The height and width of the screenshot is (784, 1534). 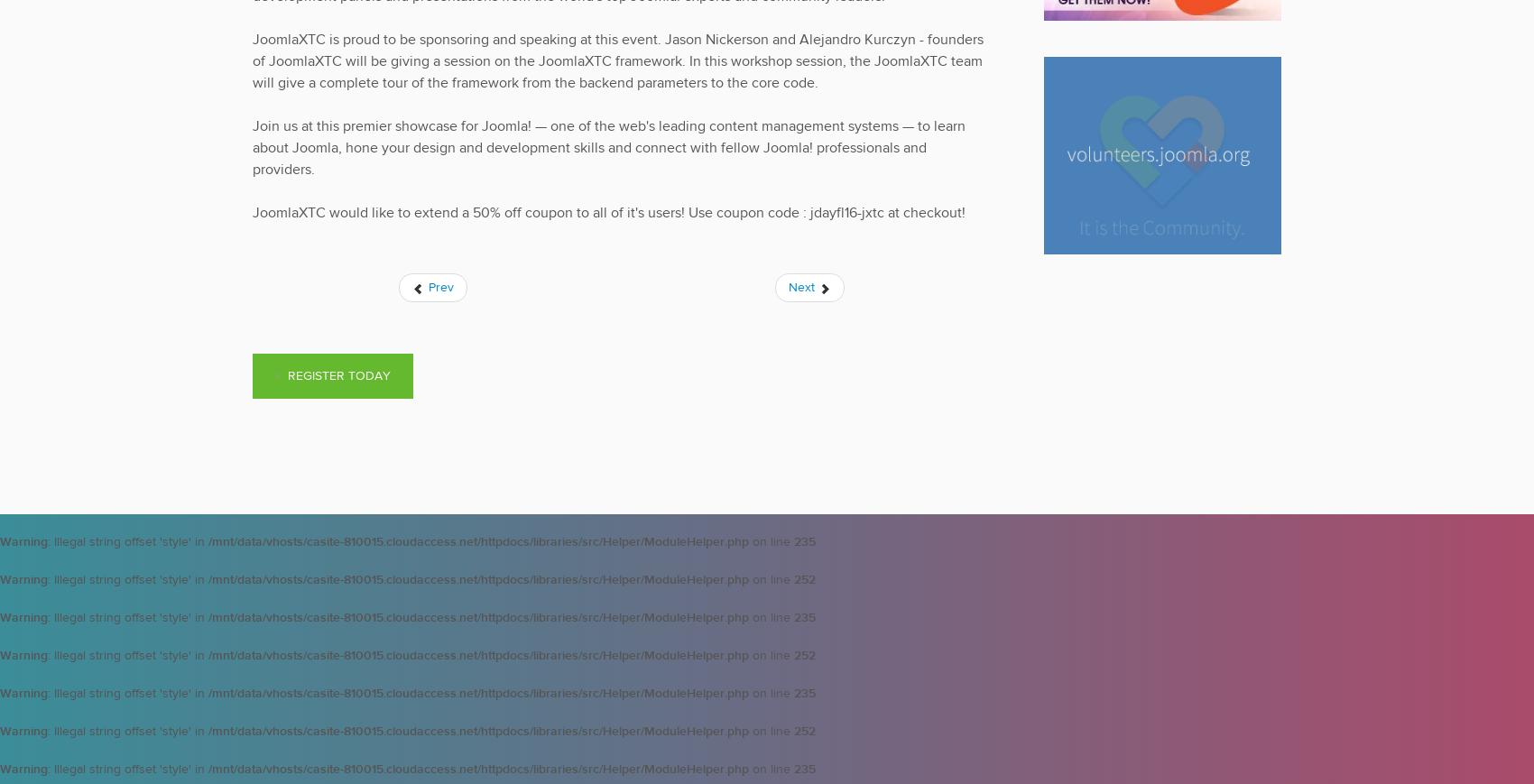 What do you see at coordinates (338, 375) in the screenshot?
I see `'Register Today'` at bounding box center [338, 375].